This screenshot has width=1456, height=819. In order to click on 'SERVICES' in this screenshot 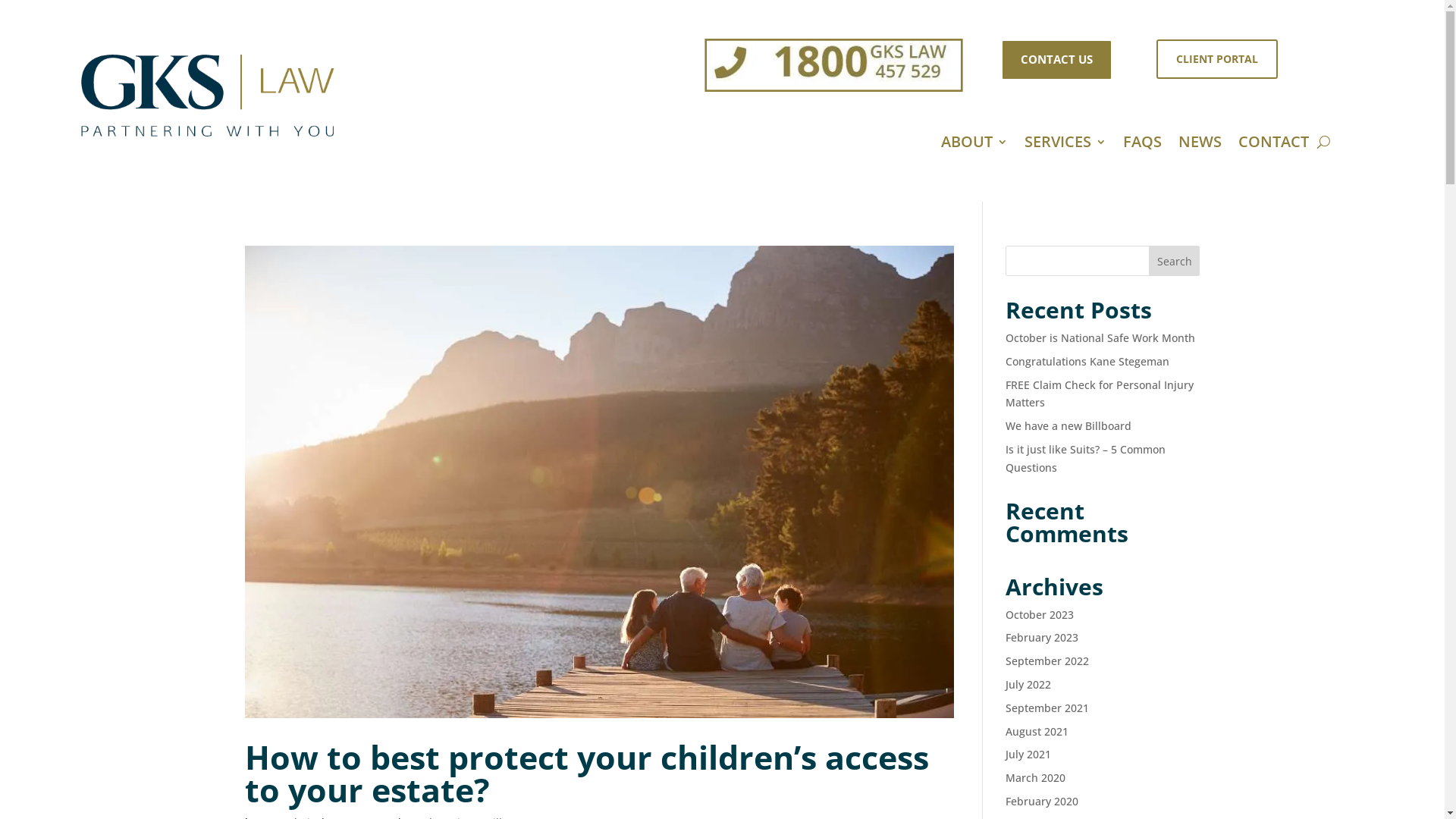, I will do `click(1065, 145)`.